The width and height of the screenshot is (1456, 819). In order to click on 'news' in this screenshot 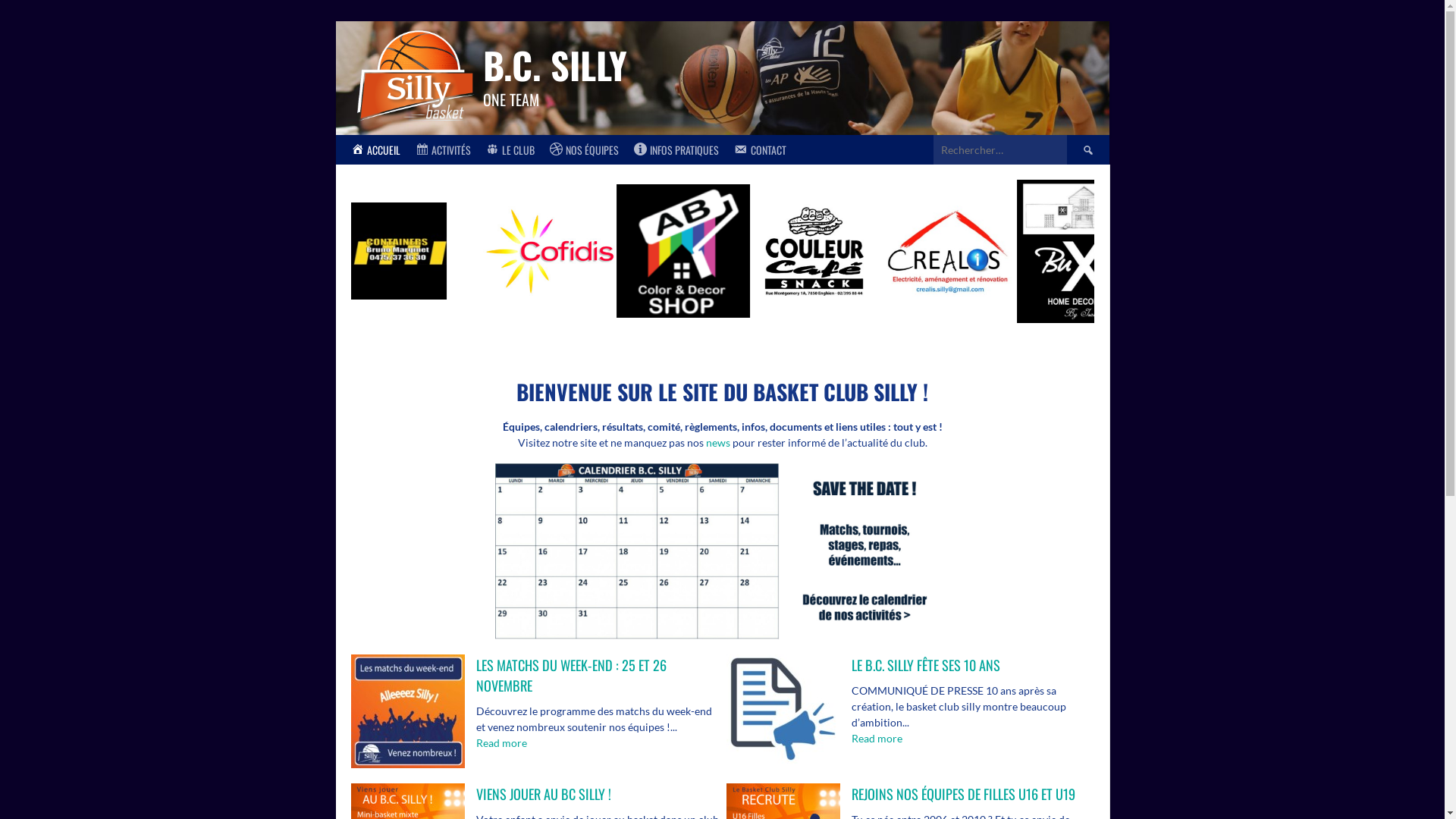, I will do `click(716, 442)`.